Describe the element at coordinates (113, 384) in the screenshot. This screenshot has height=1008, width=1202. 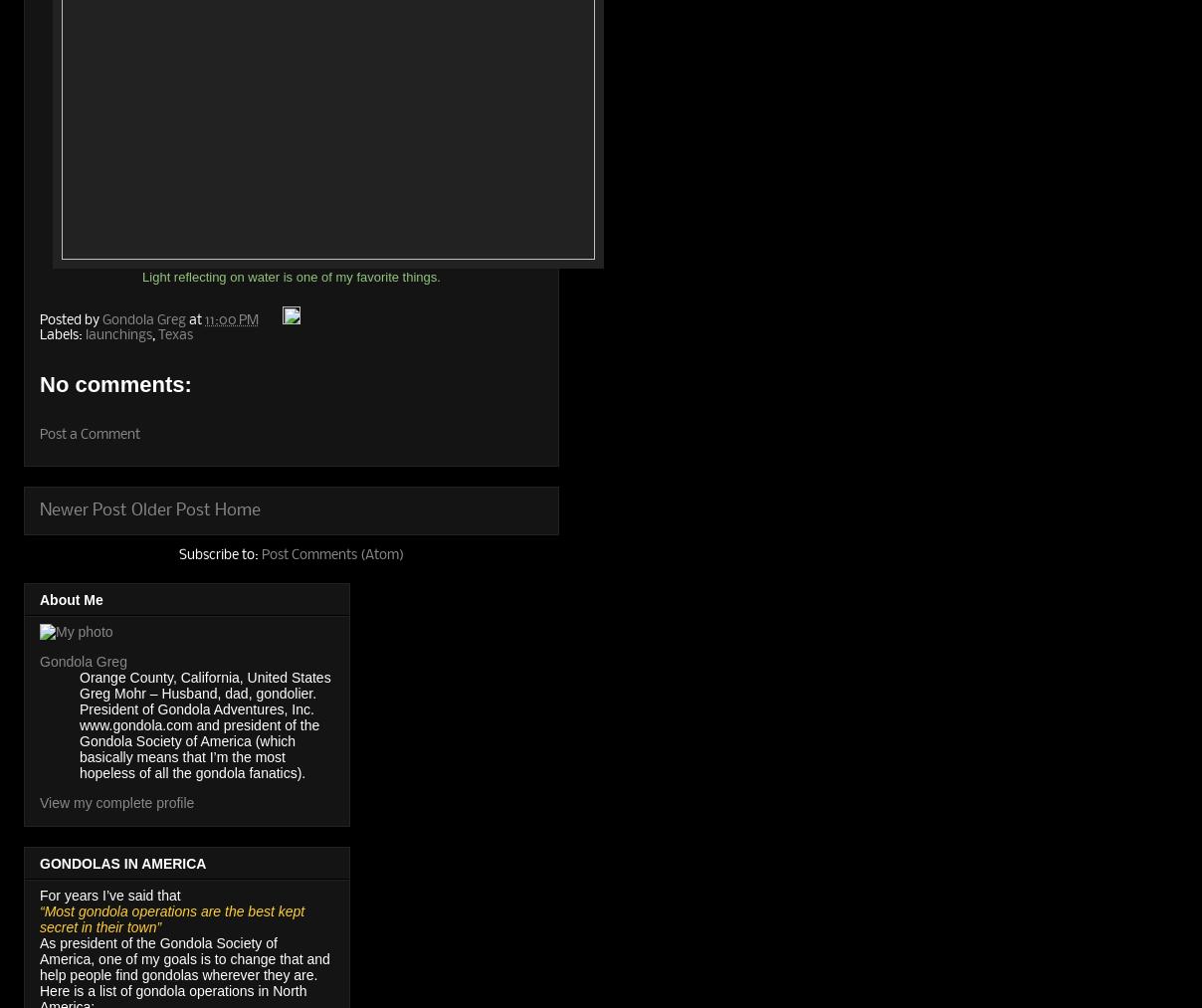
I see `'No comments:'` at that location.